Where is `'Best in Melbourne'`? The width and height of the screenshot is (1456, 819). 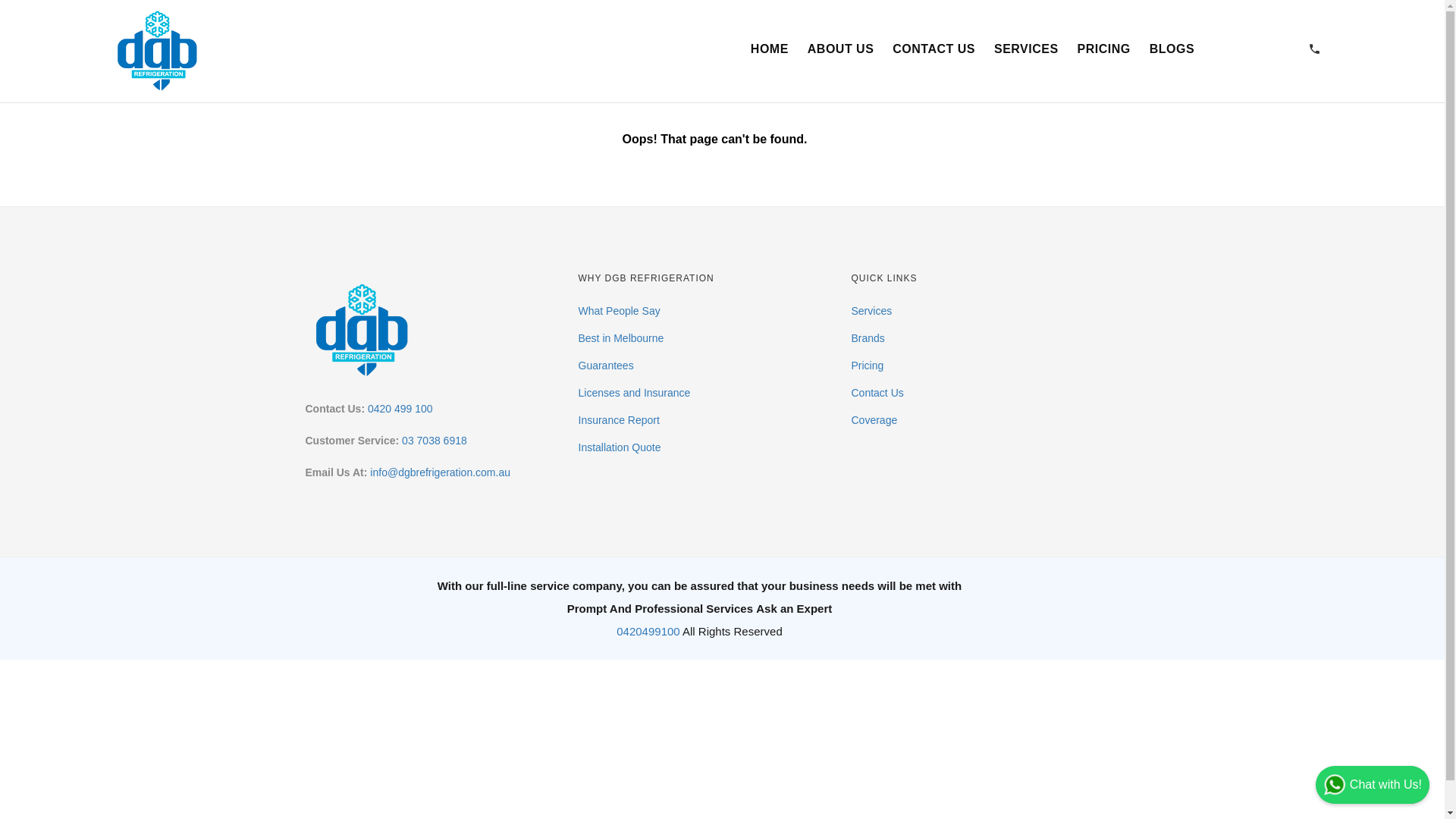 'Best in Melbourne' is located at coordinates (620, 337).